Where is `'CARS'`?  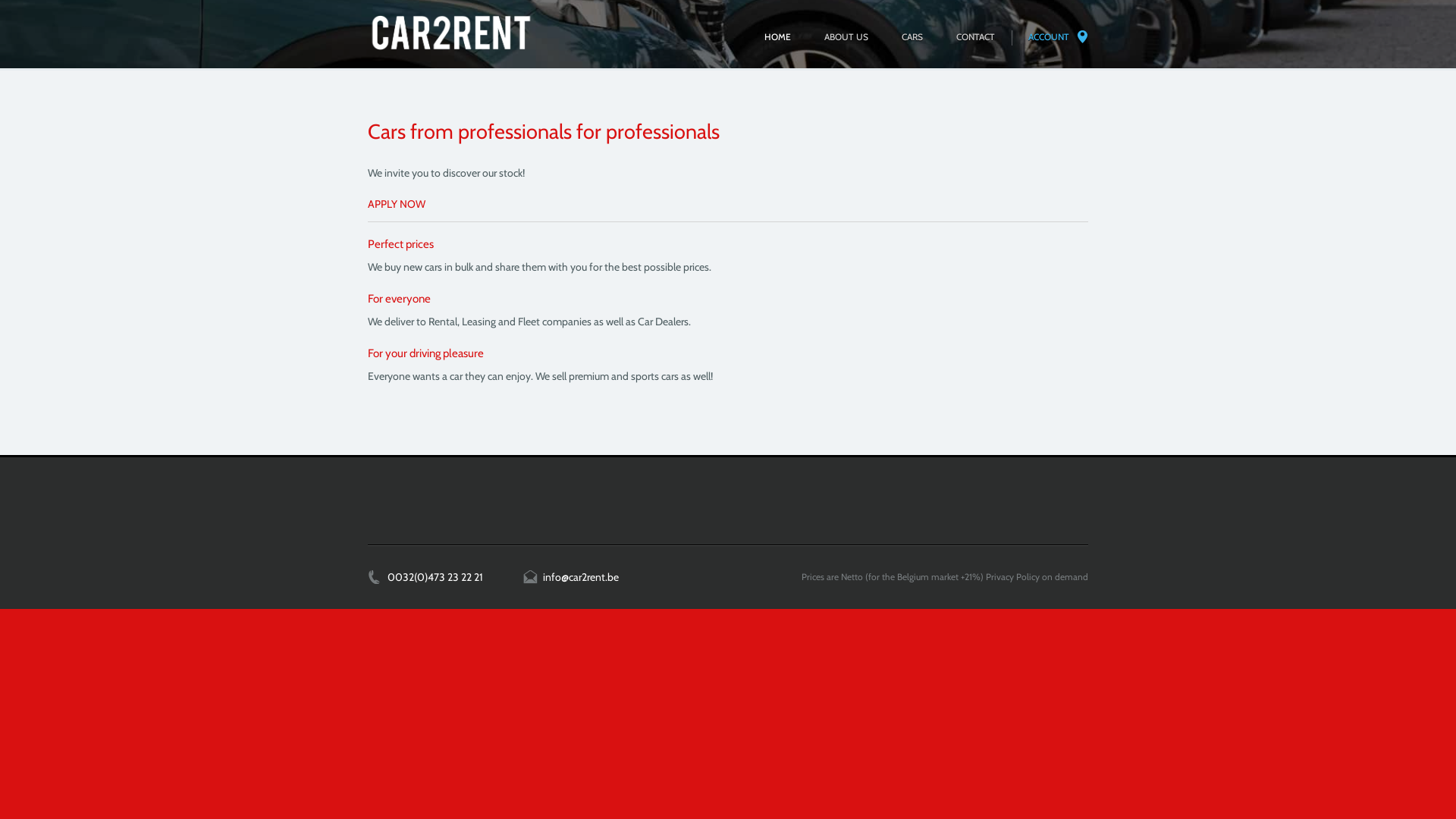 'CARS' is located at coordinates (912, 37).